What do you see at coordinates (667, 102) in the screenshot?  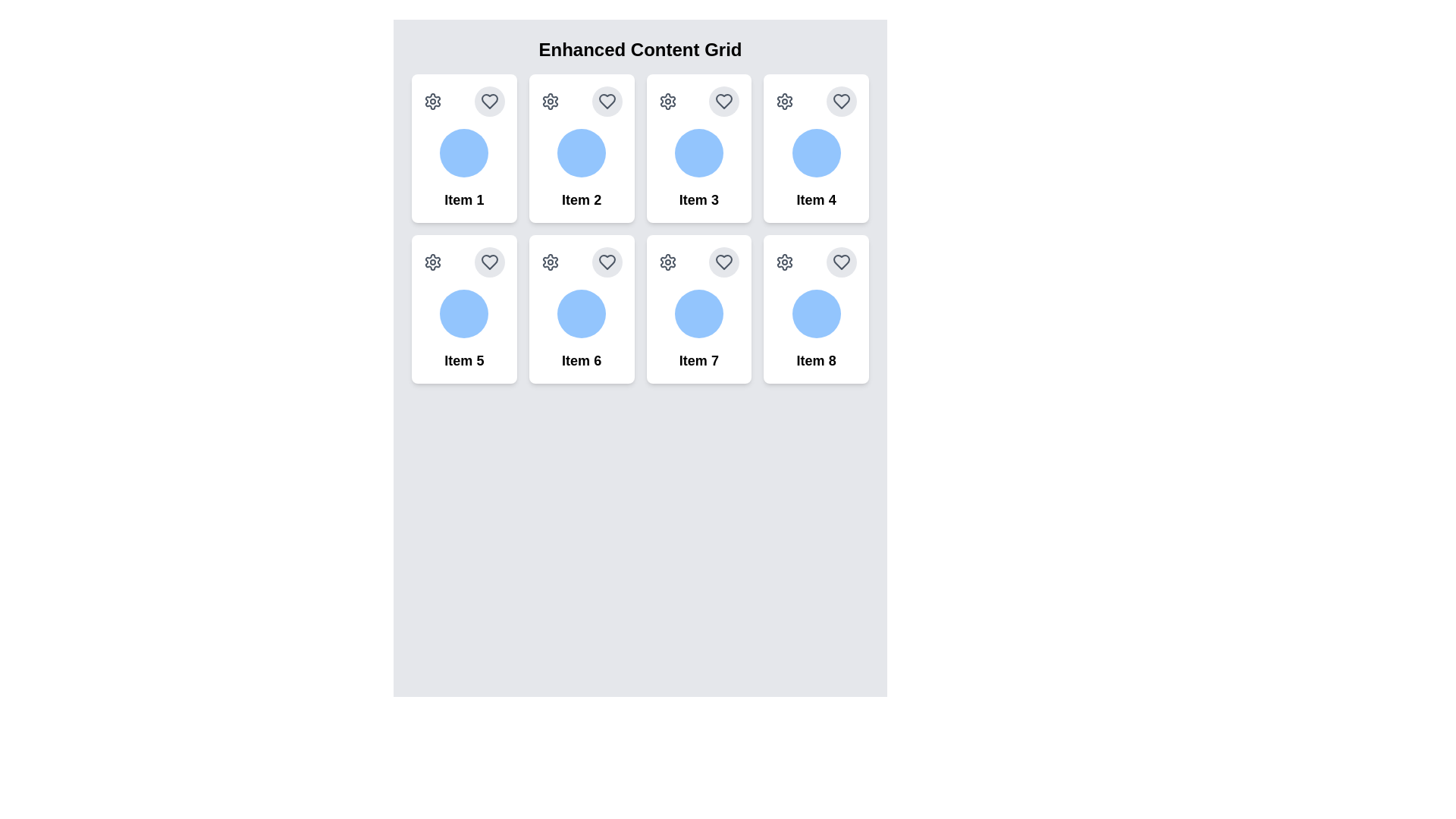 I see `the gray cogwheel icon located in the top-left corner of the card labeled 'Item 3'` at bounding box center [667, 102].